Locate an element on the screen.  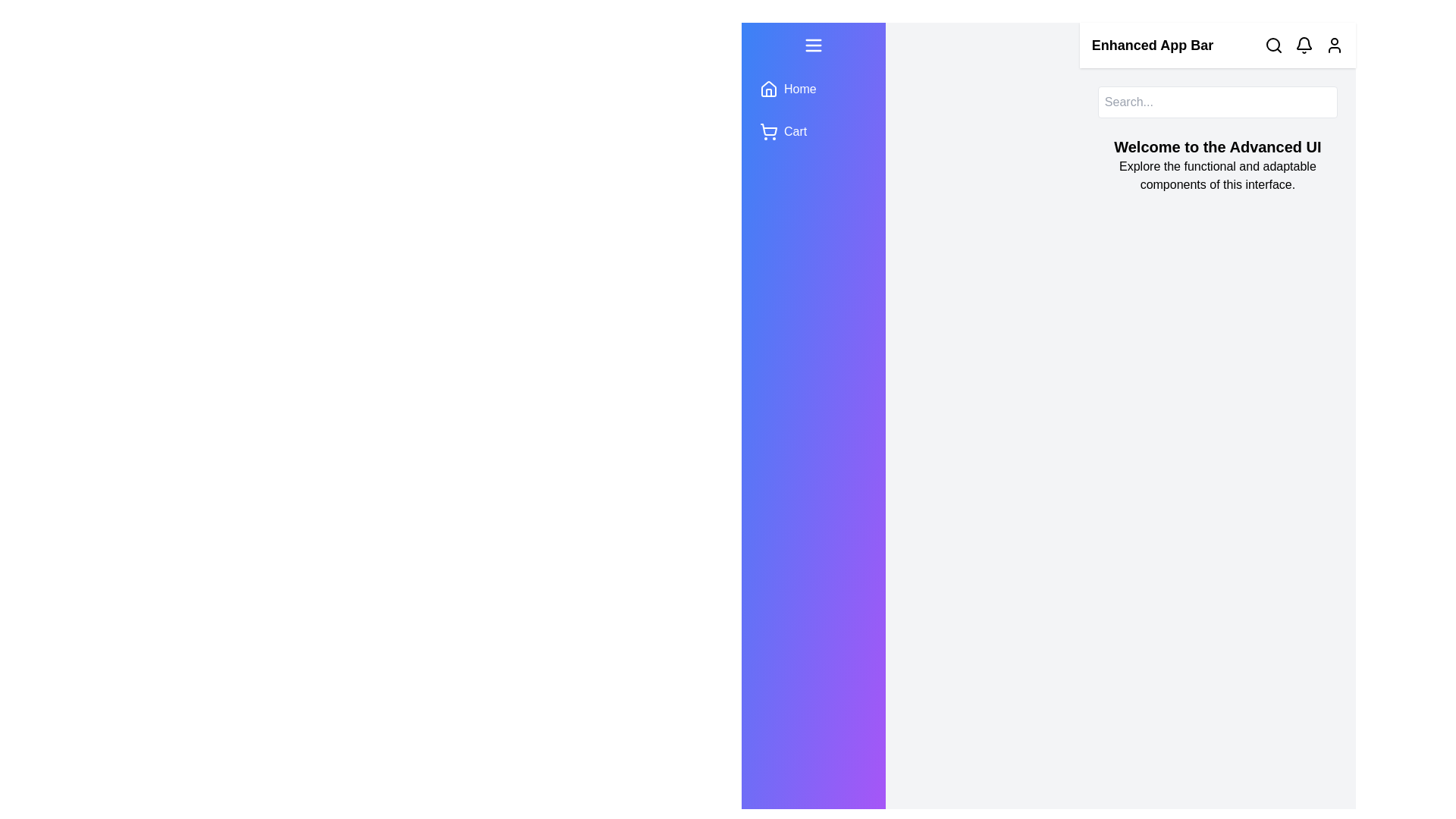
the user profile icon in the app bar is located at coordinates (1335, 45).